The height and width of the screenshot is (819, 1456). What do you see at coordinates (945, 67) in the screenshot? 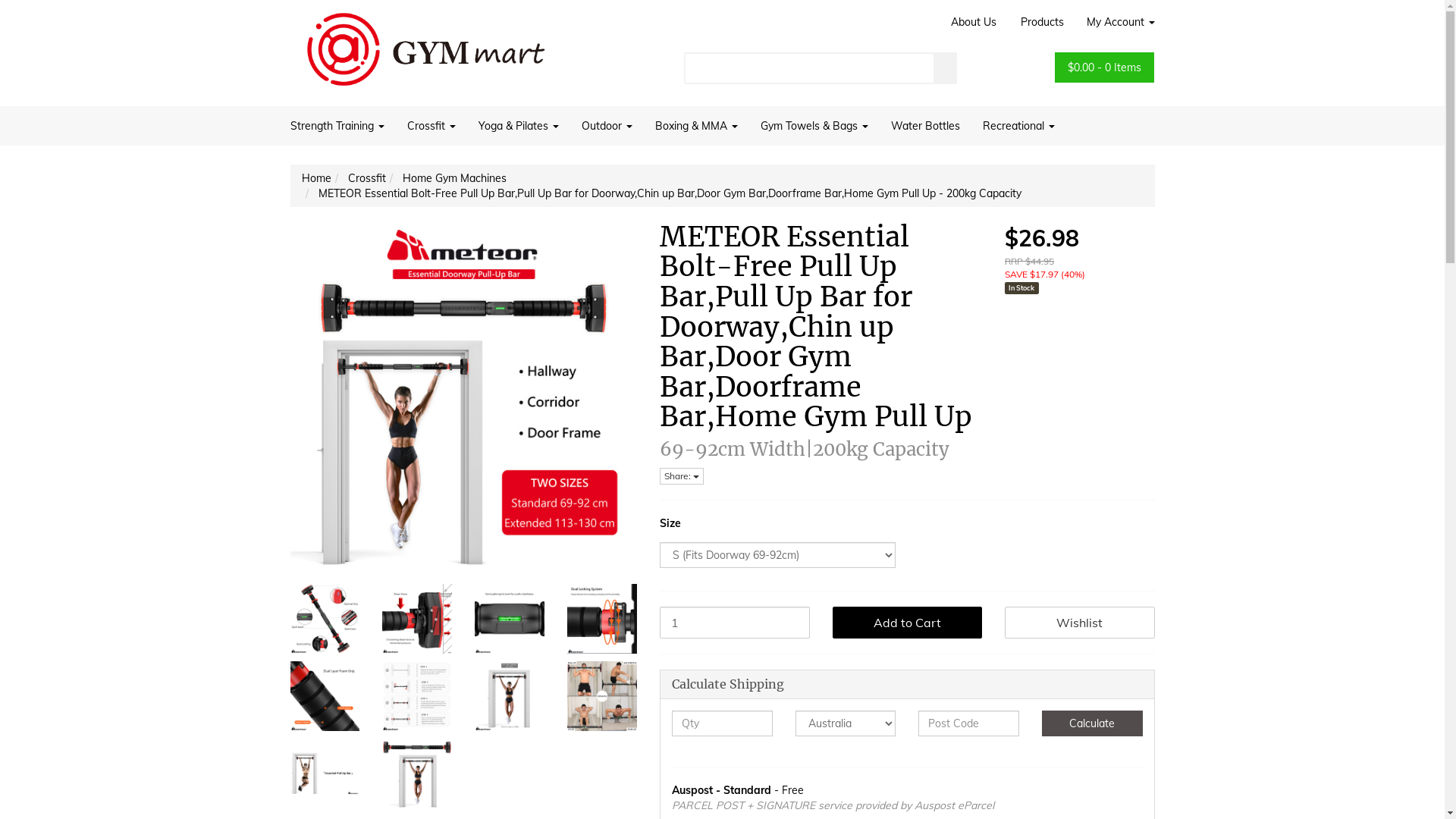
I see `'Search'` at bounding box center [945, 67].